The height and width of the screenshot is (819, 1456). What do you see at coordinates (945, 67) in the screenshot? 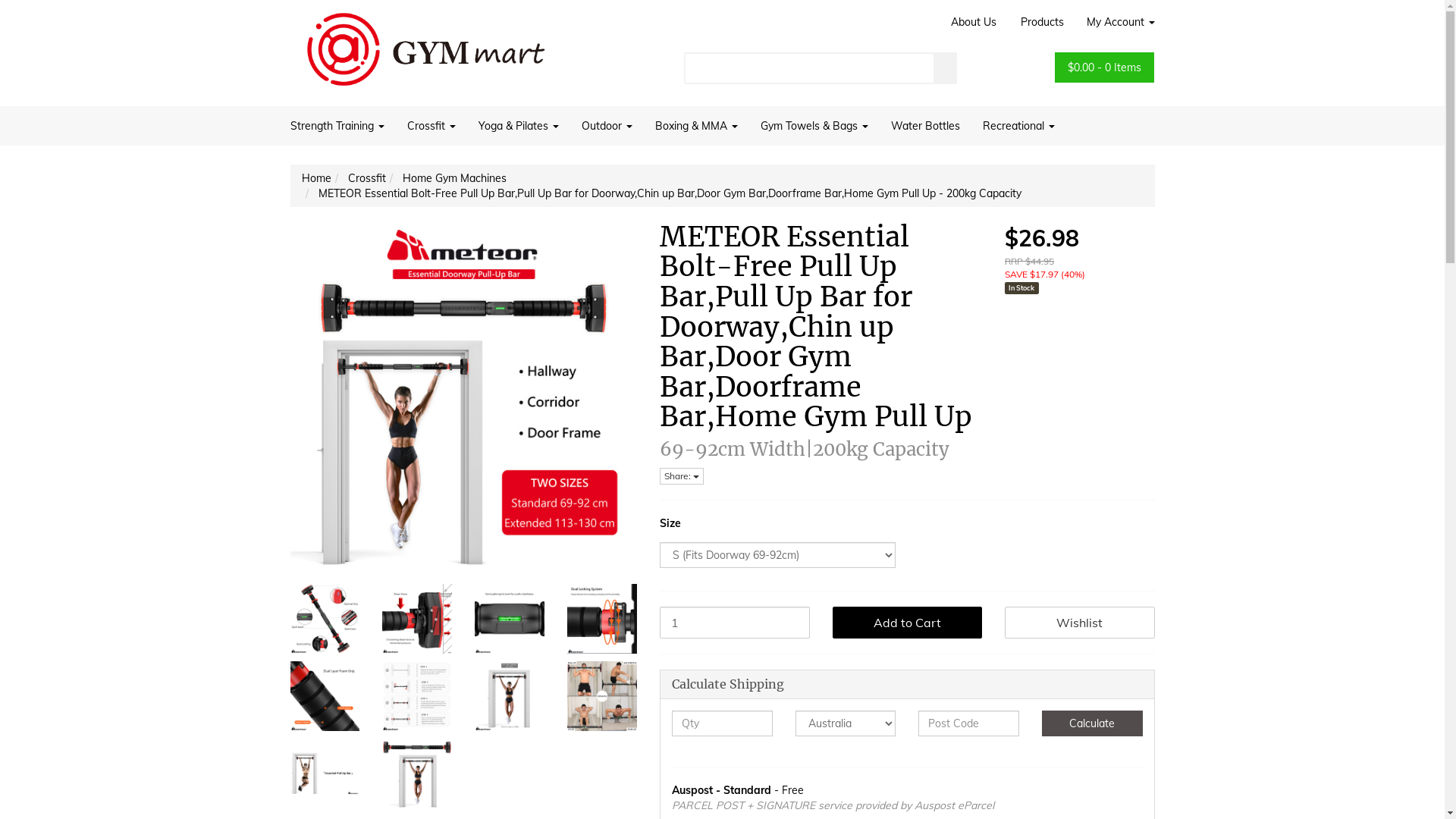
I see `'Search'` at bounding box center [945, 67].